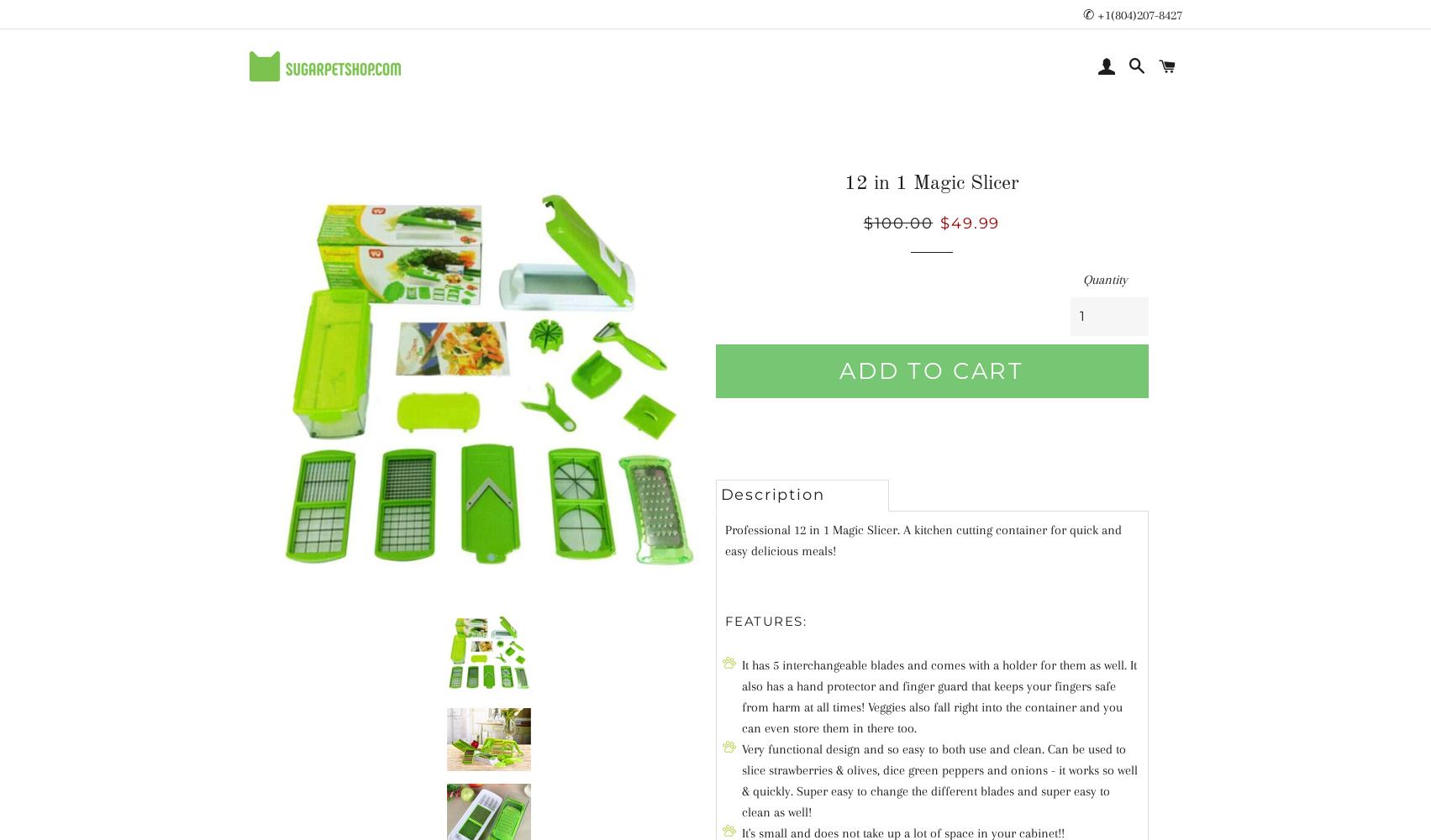  Describe the element at coordinates (1103, 278) in the screenshot. I see `'Quantity'` at that location.